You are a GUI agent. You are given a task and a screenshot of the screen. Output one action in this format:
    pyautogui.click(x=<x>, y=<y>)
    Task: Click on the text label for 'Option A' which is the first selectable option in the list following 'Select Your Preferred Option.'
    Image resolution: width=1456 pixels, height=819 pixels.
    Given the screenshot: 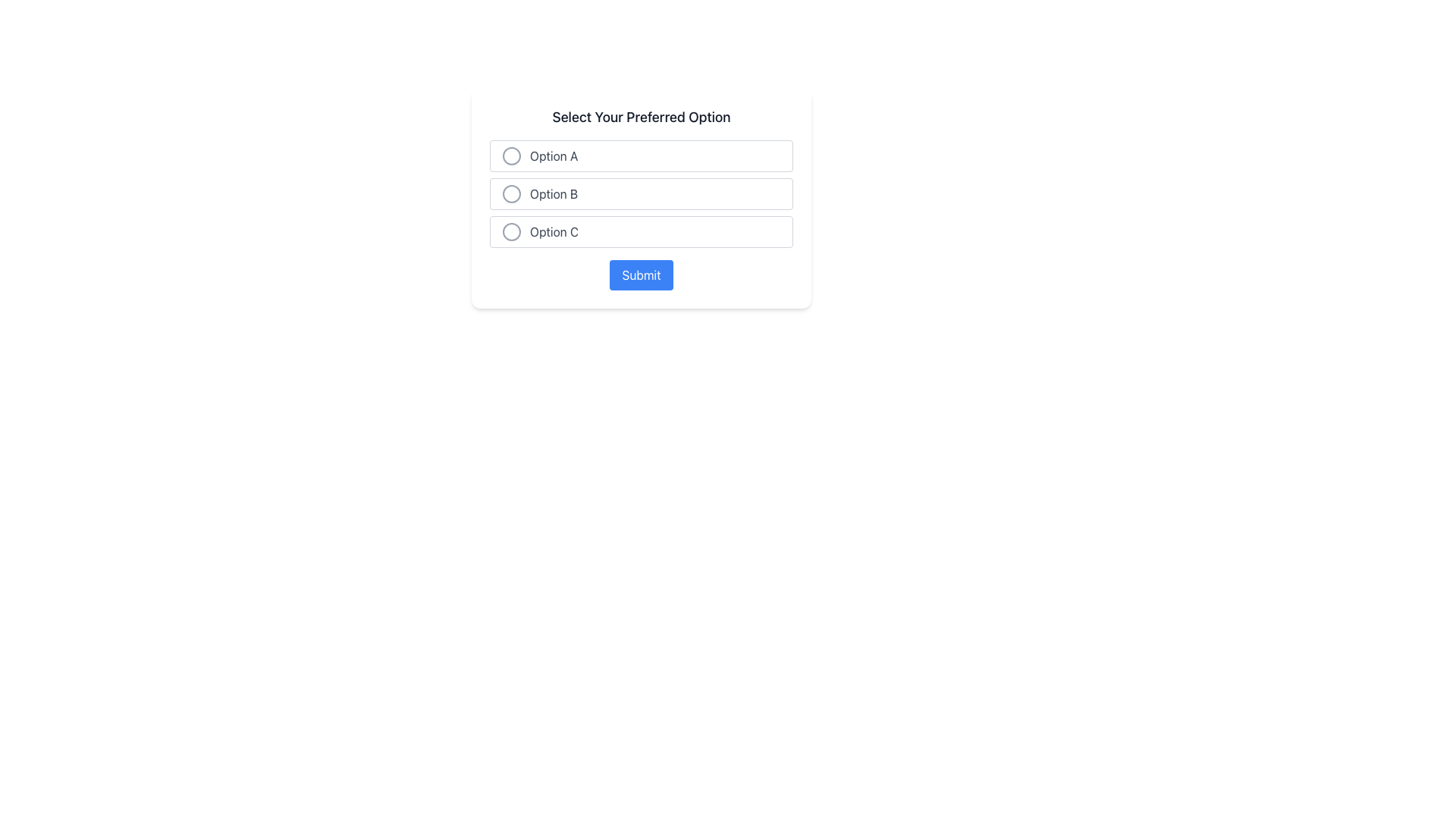 What is the action you would take?
    pyautogui.click(x=553, y=155)
    